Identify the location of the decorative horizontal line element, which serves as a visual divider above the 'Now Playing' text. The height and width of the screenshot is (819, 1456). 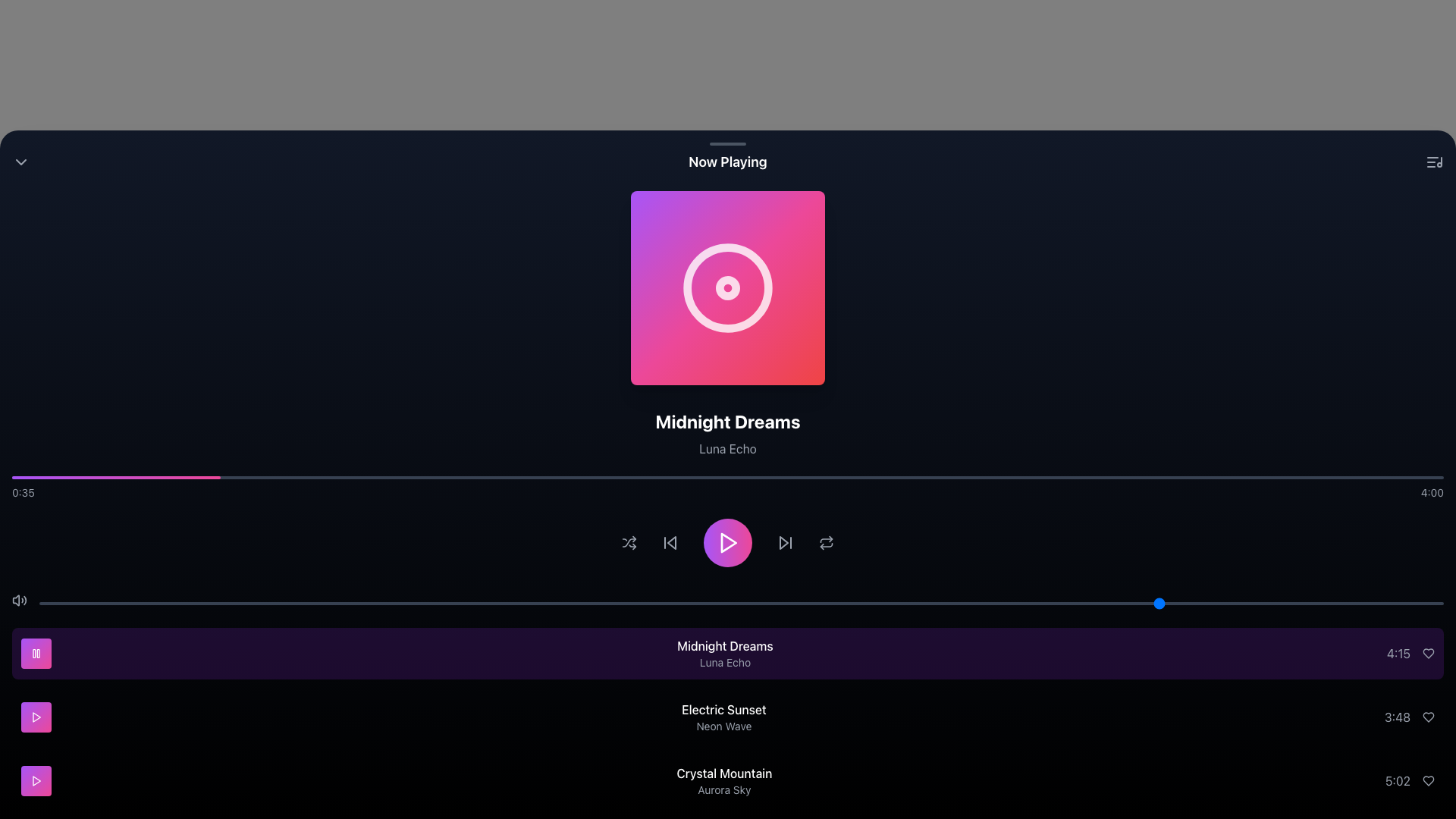
(728, 143).